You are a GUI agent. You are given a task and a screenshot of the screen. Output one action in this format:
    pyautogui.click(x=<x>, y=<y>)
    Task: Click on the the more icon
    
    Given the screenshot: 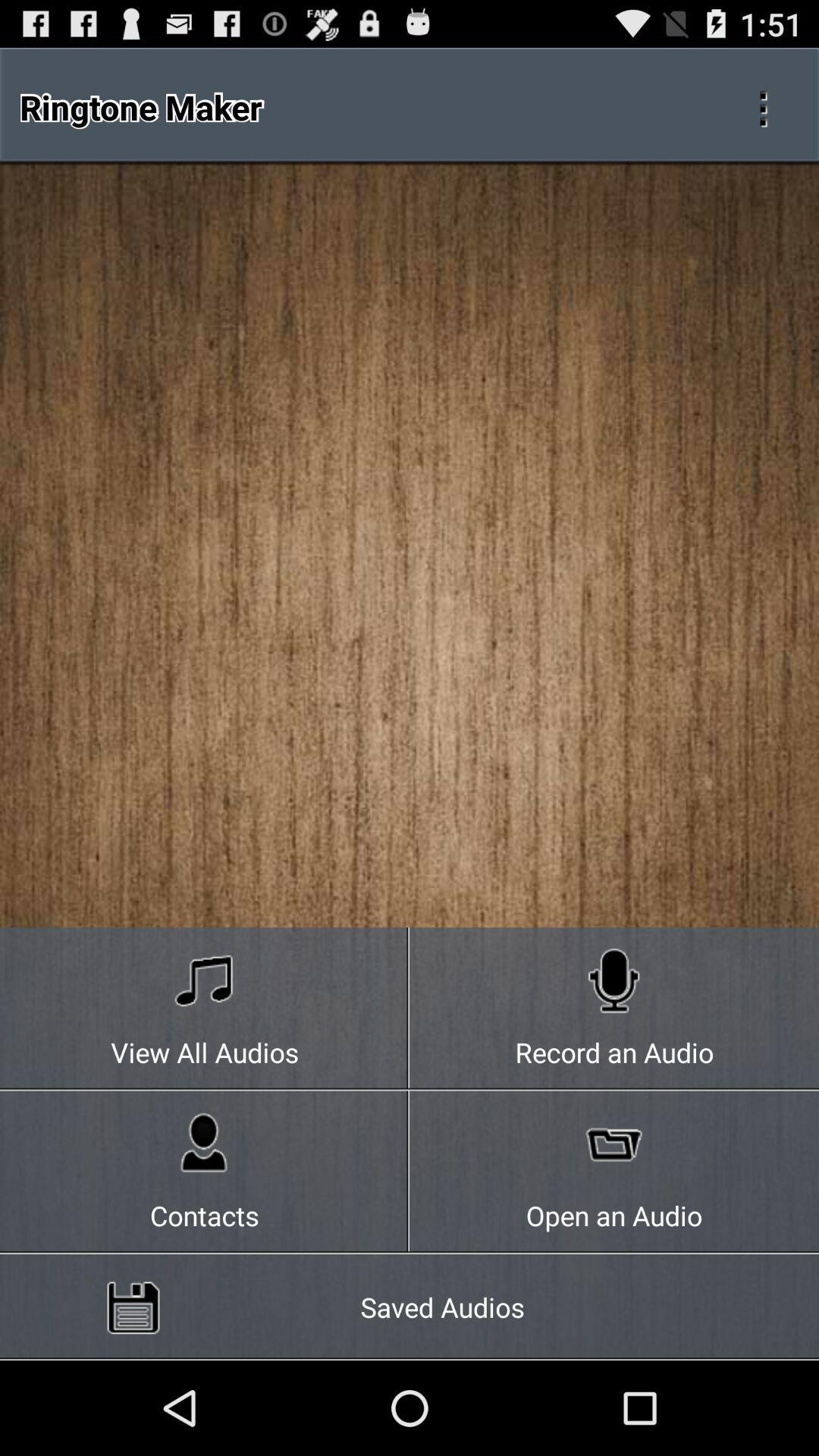 What is the action you would take?
    pyautogui.click(x=763, y=114)
    